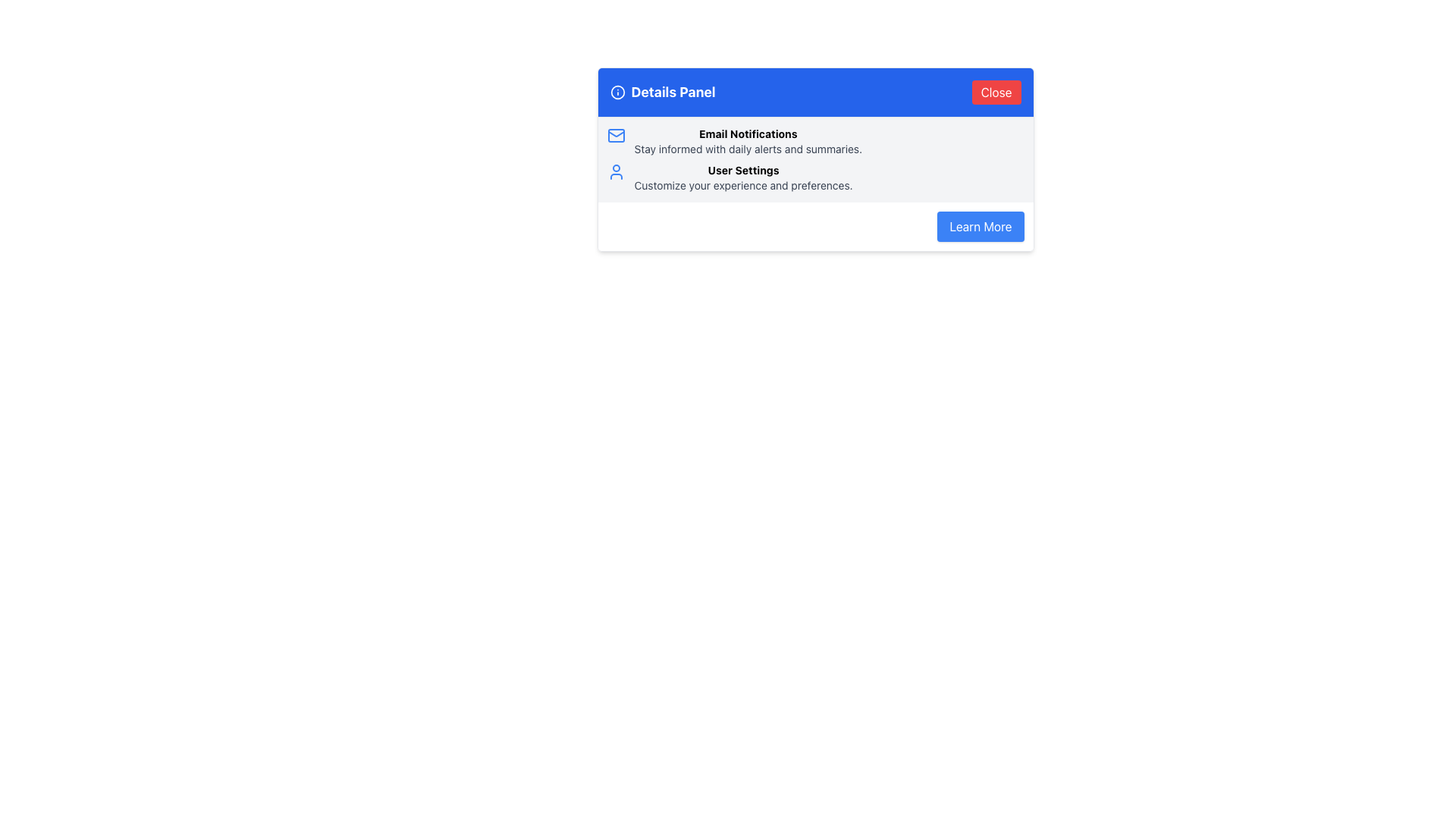 Image resolution: width=1456 pixels, height=819 pixels. Describe the element at coordinates (748, 141) in the screenshot. I see `the Text Block that displays 'Email Notifications' in bold black font, located within the 'Details Panel' under the blue header` at that location.